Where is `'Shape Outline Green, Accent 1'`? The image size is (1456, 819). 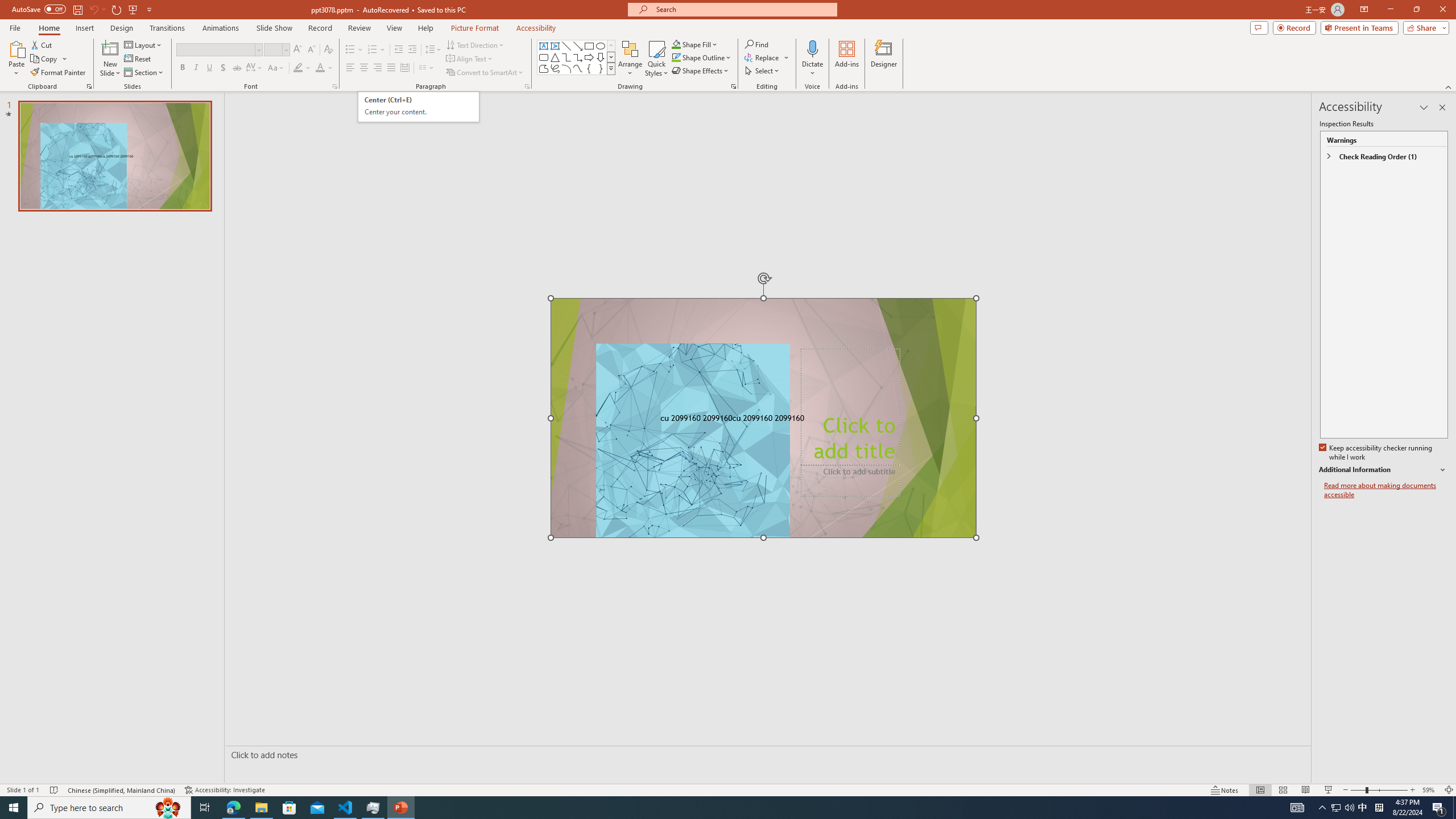
'Shape Outline Green, Accent 1' is located at coordinates (676, 56).